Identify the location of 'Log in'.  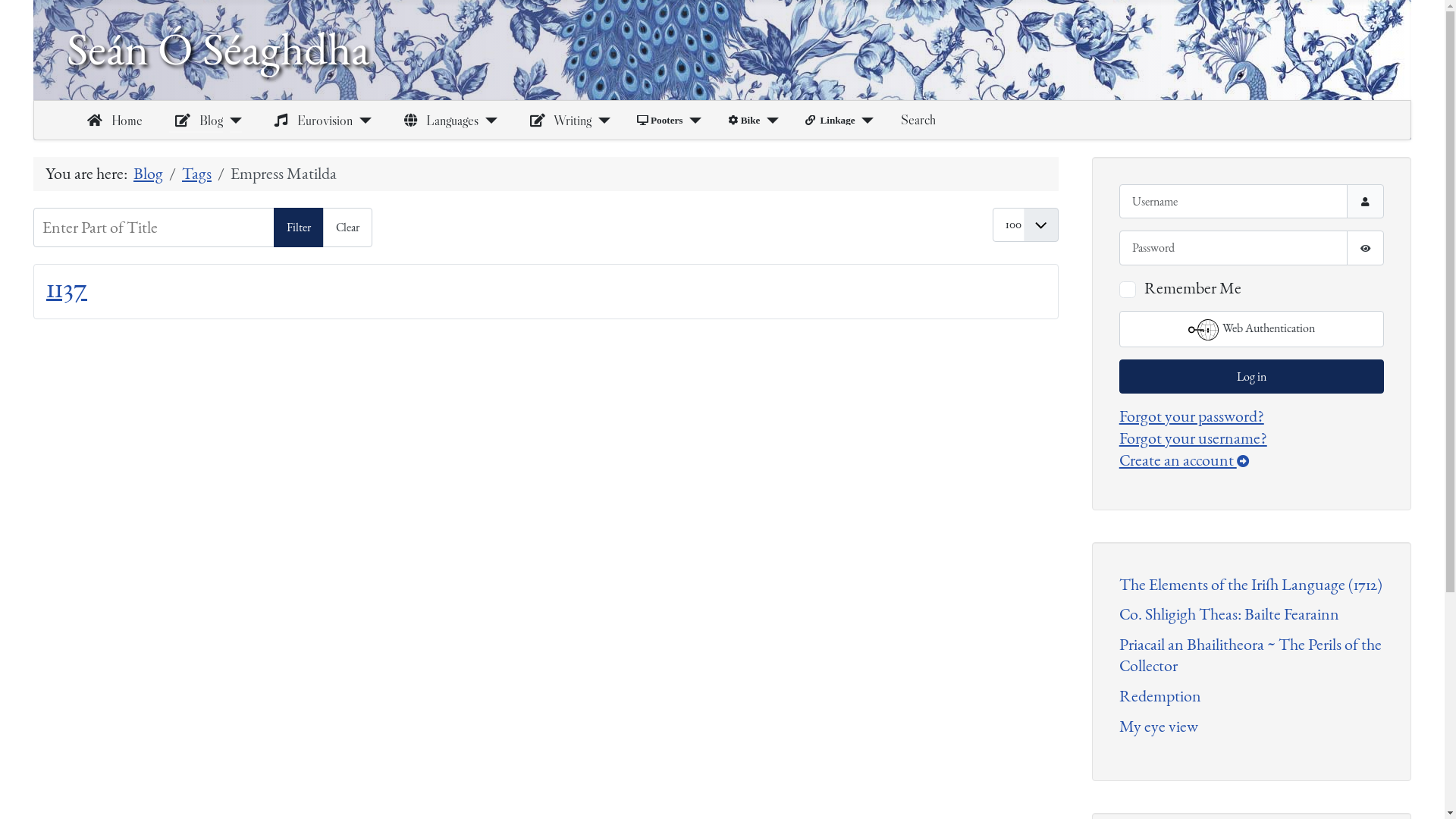
(1251, 375).